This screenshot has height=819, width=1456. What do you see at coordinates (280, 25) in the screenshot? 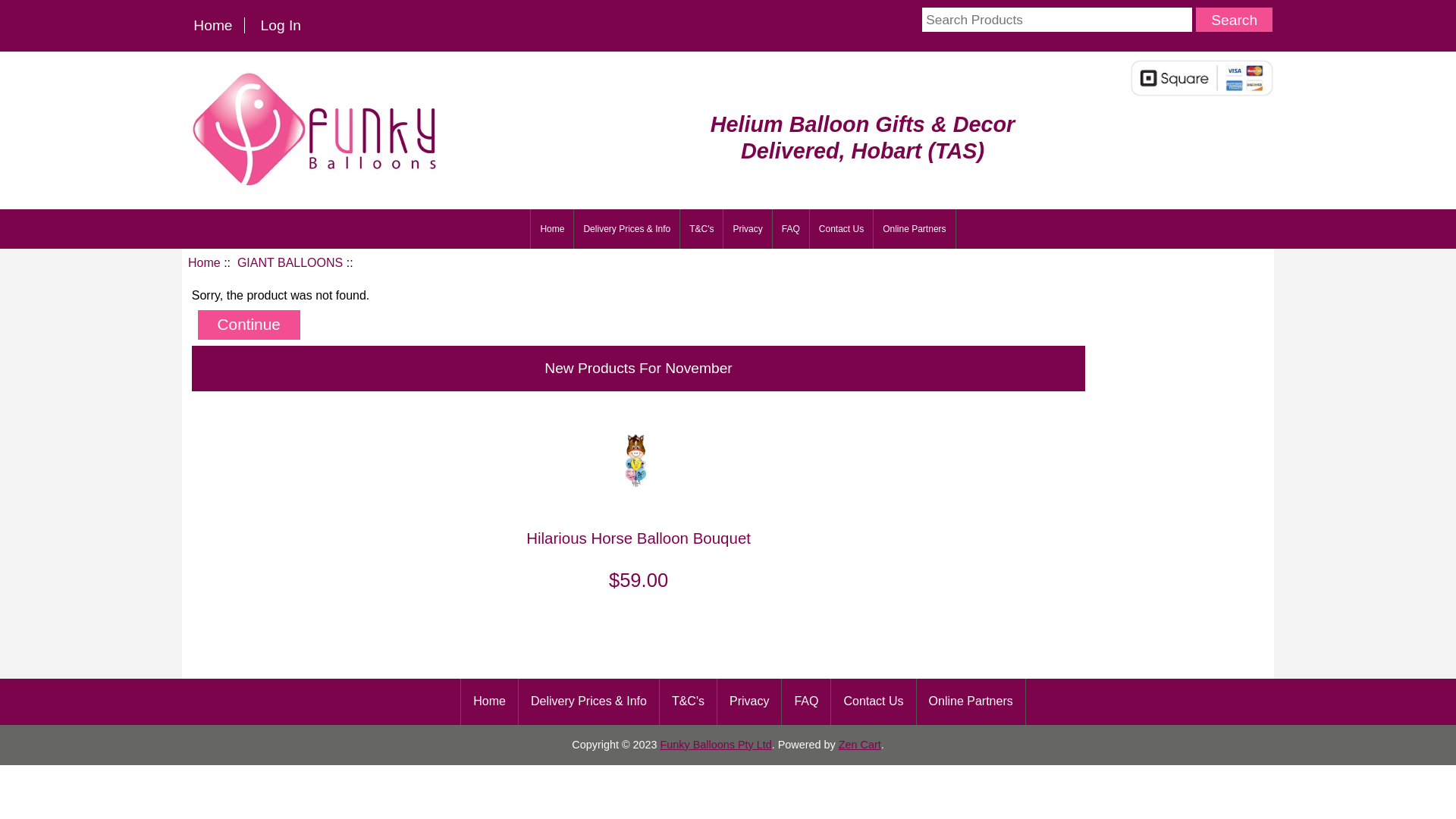
I see `'Log In'` at bounding box center [280, 25].